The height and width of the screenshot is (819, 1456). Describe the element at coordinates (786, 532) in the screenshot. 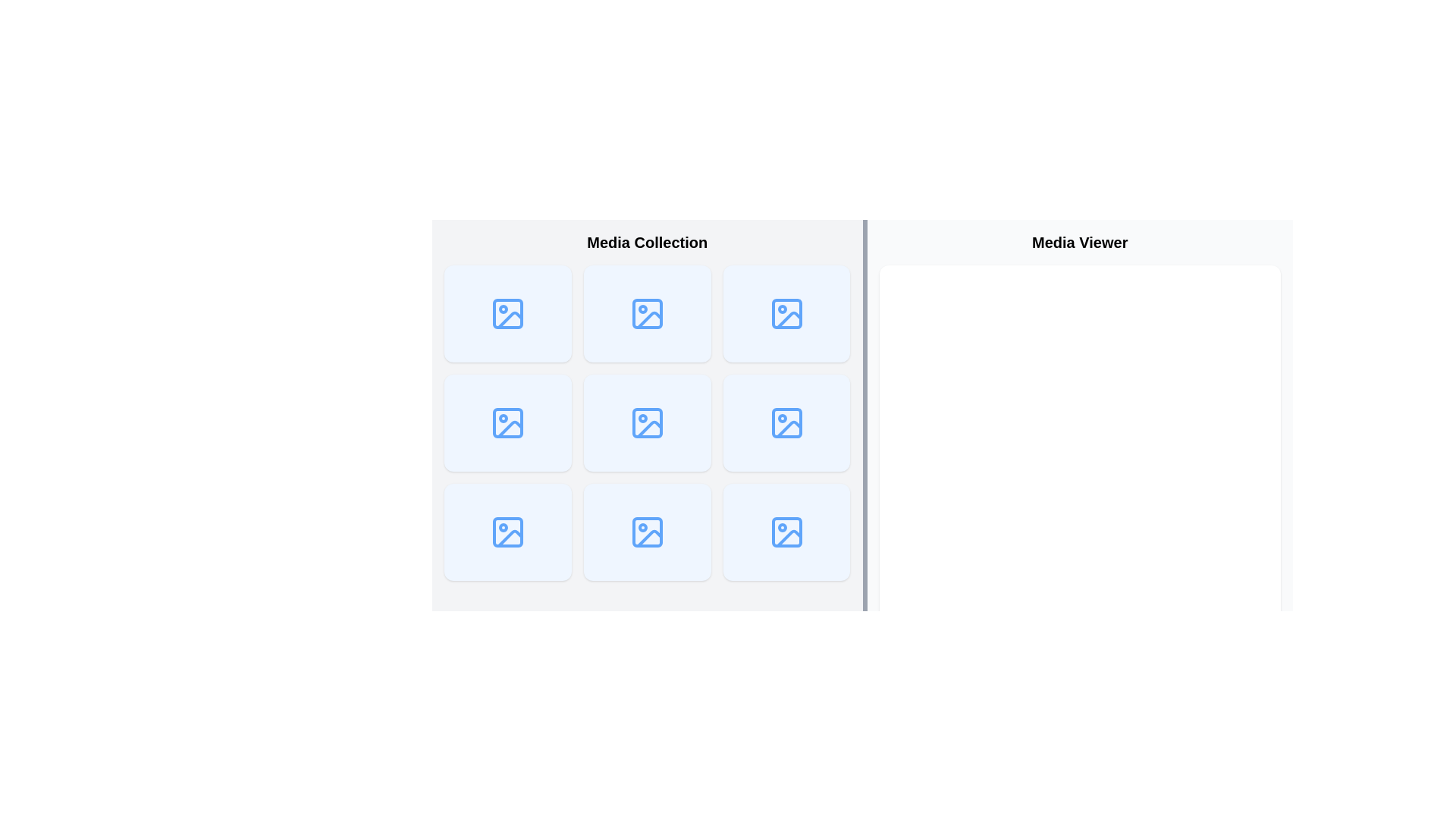

I see `the image placeholder icon with a blue outline located in the bottom-right cell of the 'Media Collection' section` at that location.